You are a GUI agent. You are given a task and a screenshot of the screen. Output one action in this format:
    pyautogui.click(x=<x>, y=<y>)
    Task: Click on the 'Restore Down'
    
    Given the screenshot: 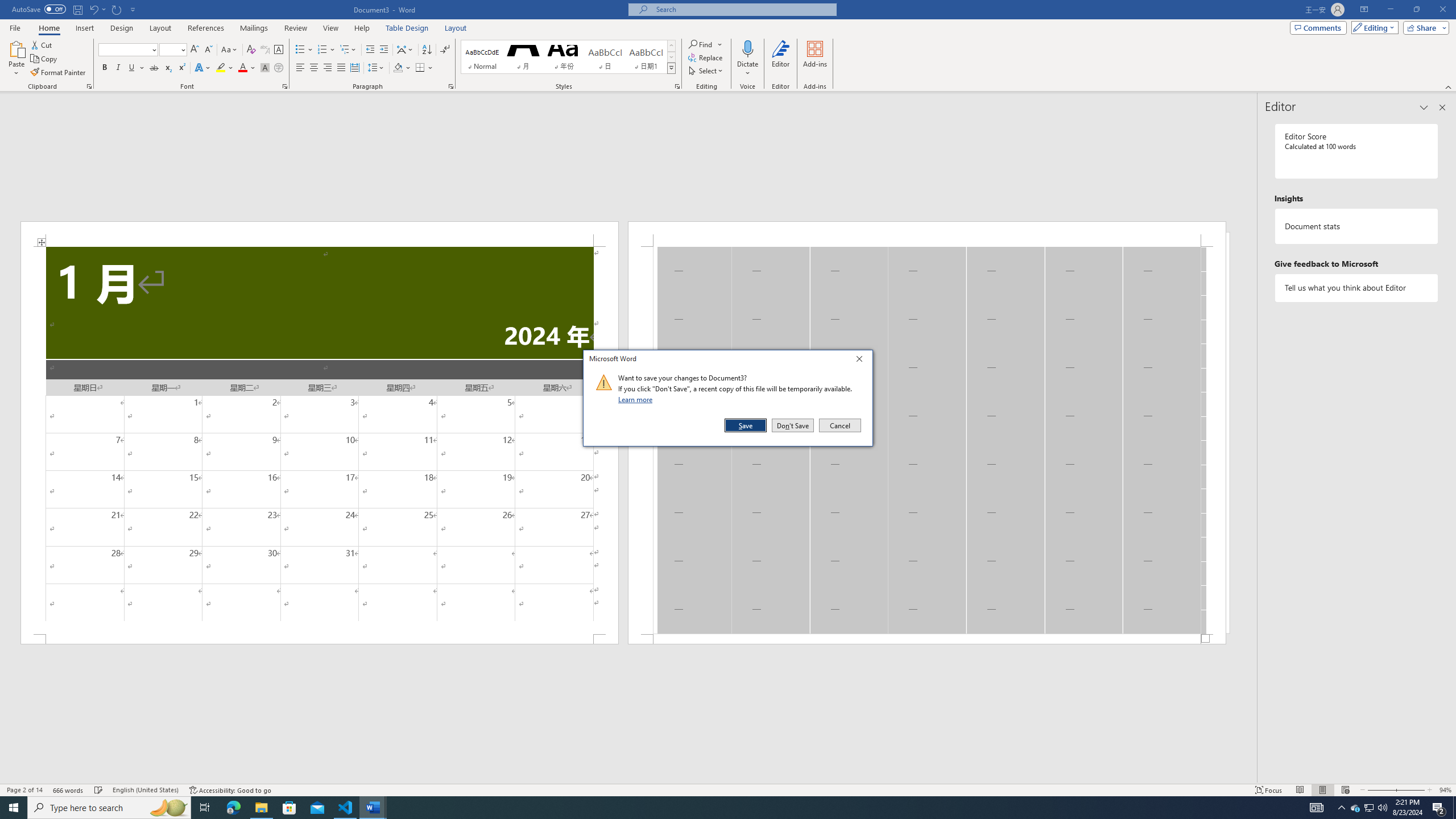 What is the action you would take?
    pyautogui.click(x=1416, y=9)
    